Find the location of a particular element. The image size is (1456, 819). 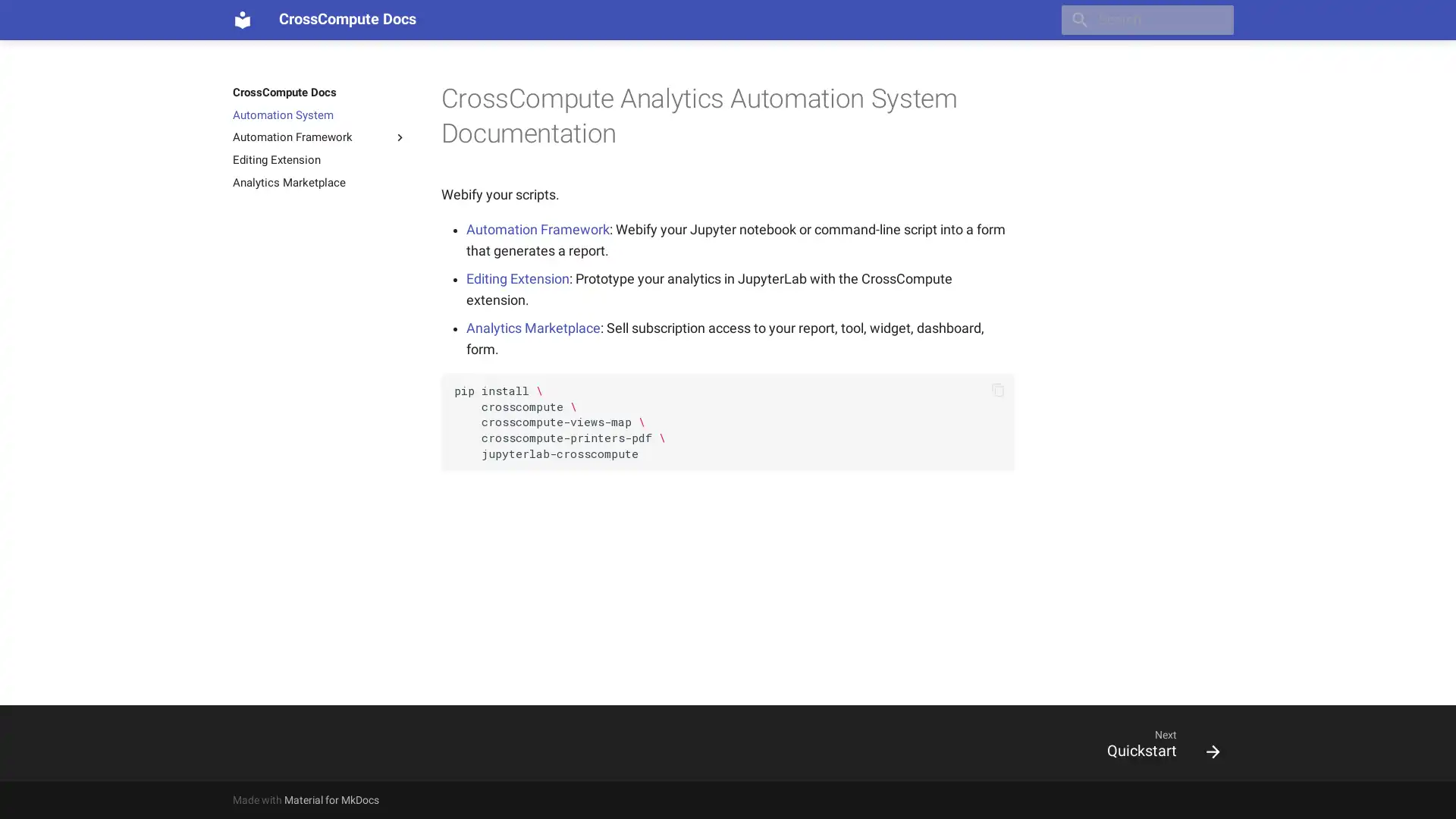

Copy to clipboard is located at coordinates (997, 389).